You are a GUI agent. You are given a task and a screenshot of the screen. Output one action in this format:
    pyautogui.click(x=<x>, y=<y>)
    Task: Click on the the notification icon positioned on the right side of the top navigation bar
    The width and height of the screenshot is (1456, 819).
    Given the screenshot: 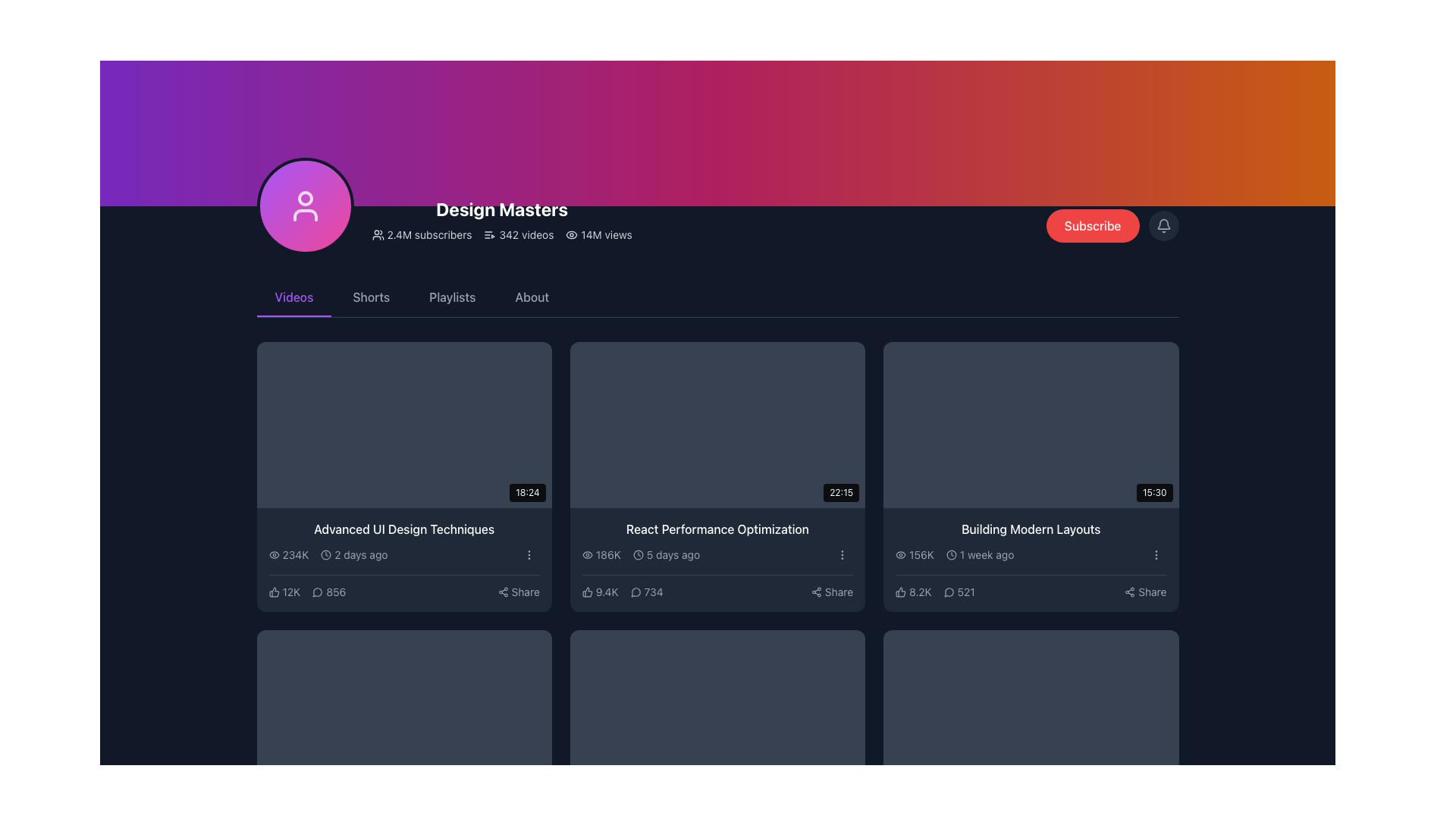 What is the action you would take?
    pyautogui.click(x=1163, y=225)
    